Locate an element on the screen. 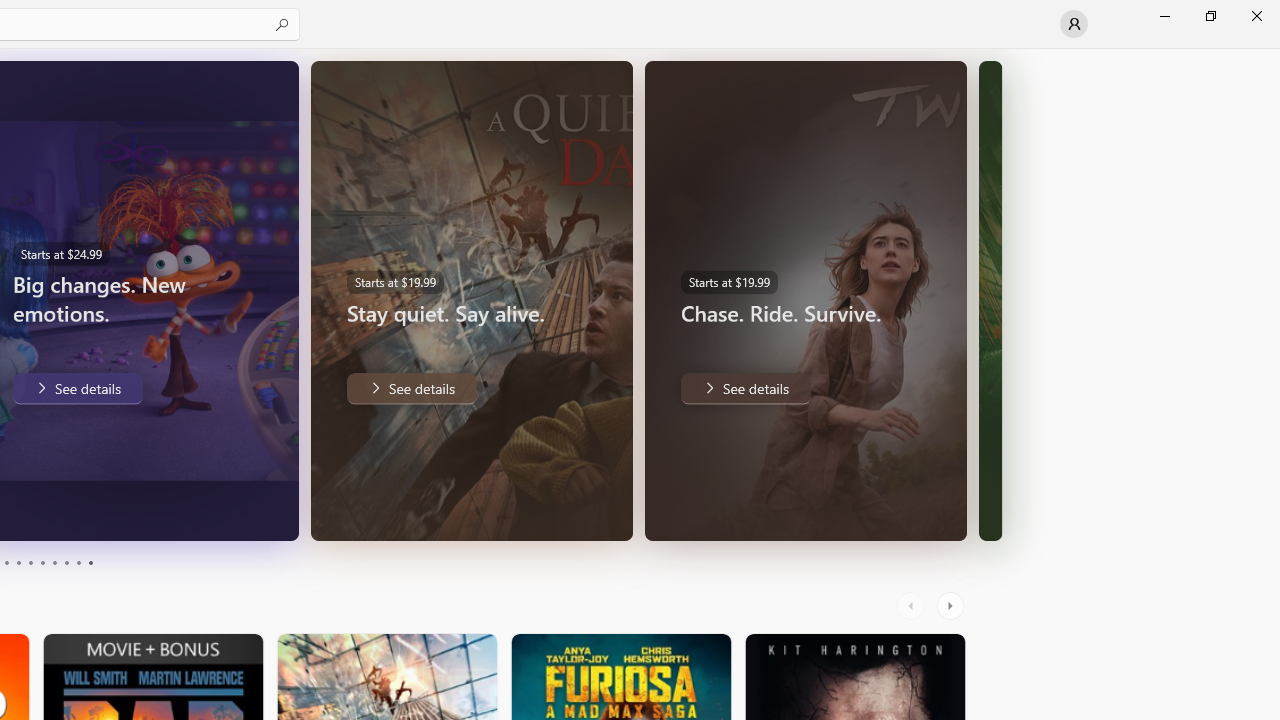 Image resolution: width=1280 pixels, height=720 pixels. 'Page 6' is located at coordinates (42, 563).